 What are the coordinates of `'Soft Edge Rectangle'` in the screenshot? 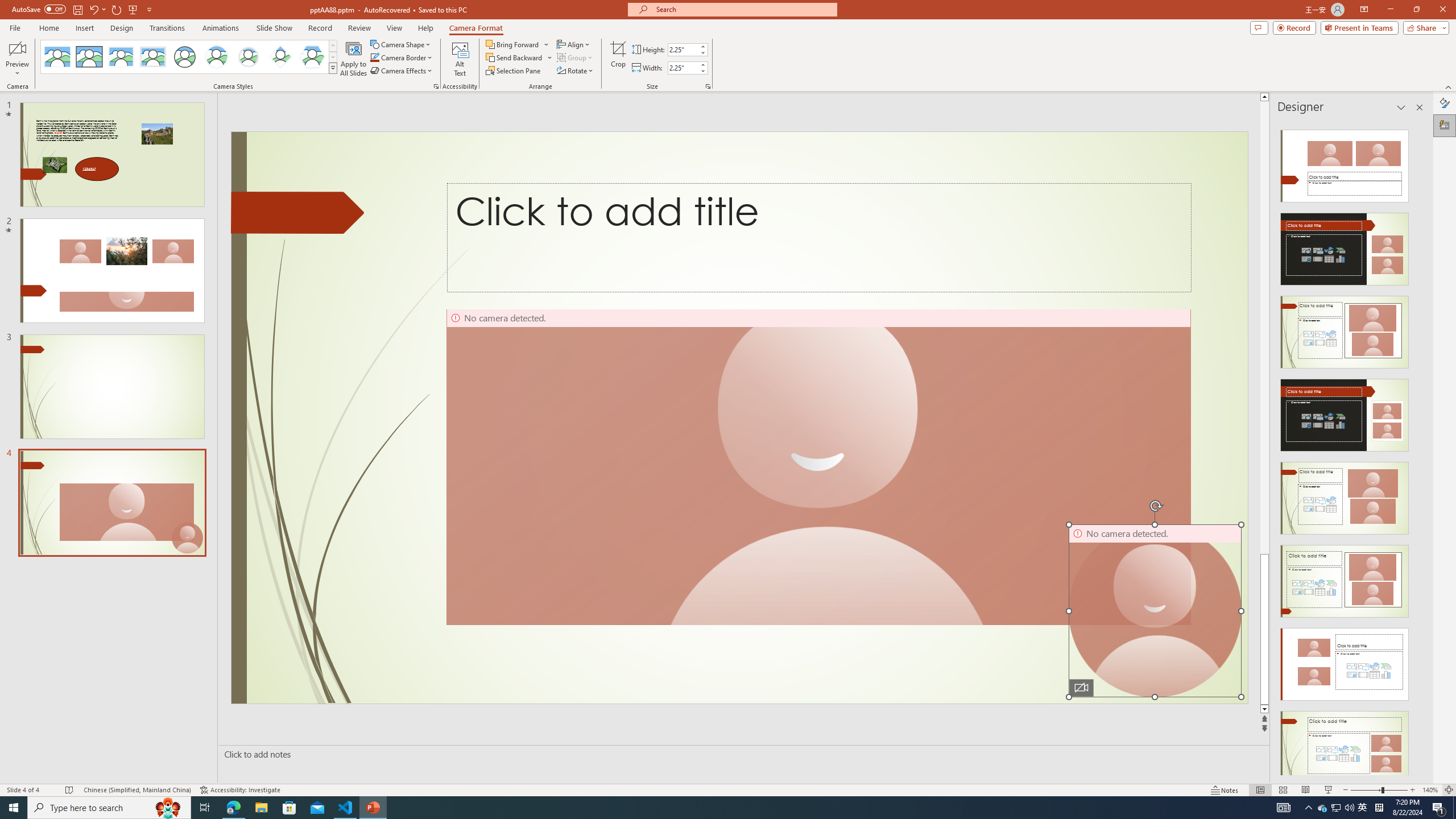 It's located at (152, 56).